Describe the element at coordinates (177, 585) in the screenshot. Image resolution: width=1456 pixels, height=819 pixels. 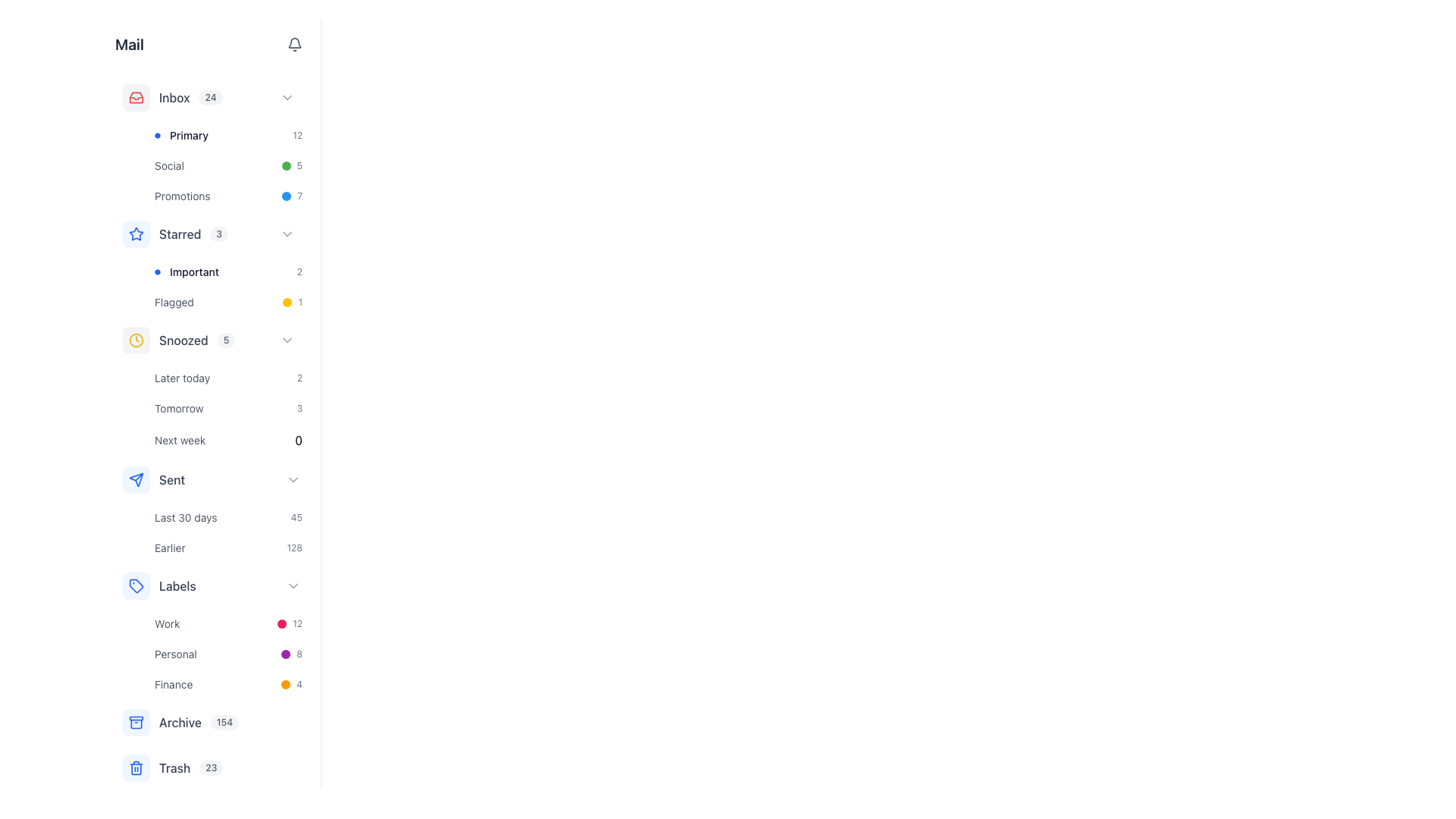
I see `the 'Labels' text option located in the vertical list of navigation below 'Sent' and above 'Archive', which features a blue tag icon` at that location.